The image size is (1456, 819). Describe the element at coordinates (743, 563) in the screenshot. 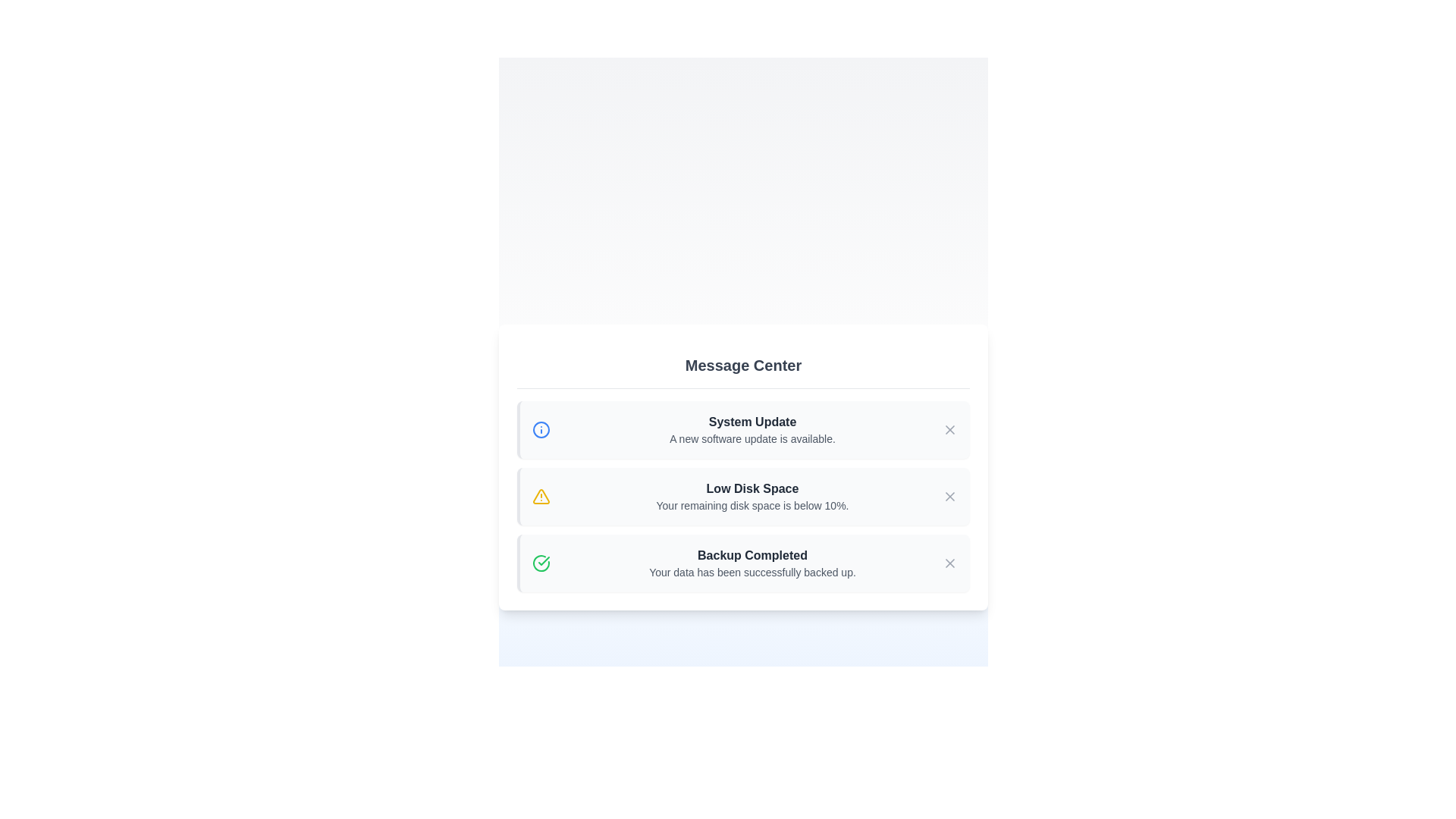

I see `information displayed on the Notification Card that informs the user about the successful completion of a data backup process, which is the third item in the Message Center` at that location.